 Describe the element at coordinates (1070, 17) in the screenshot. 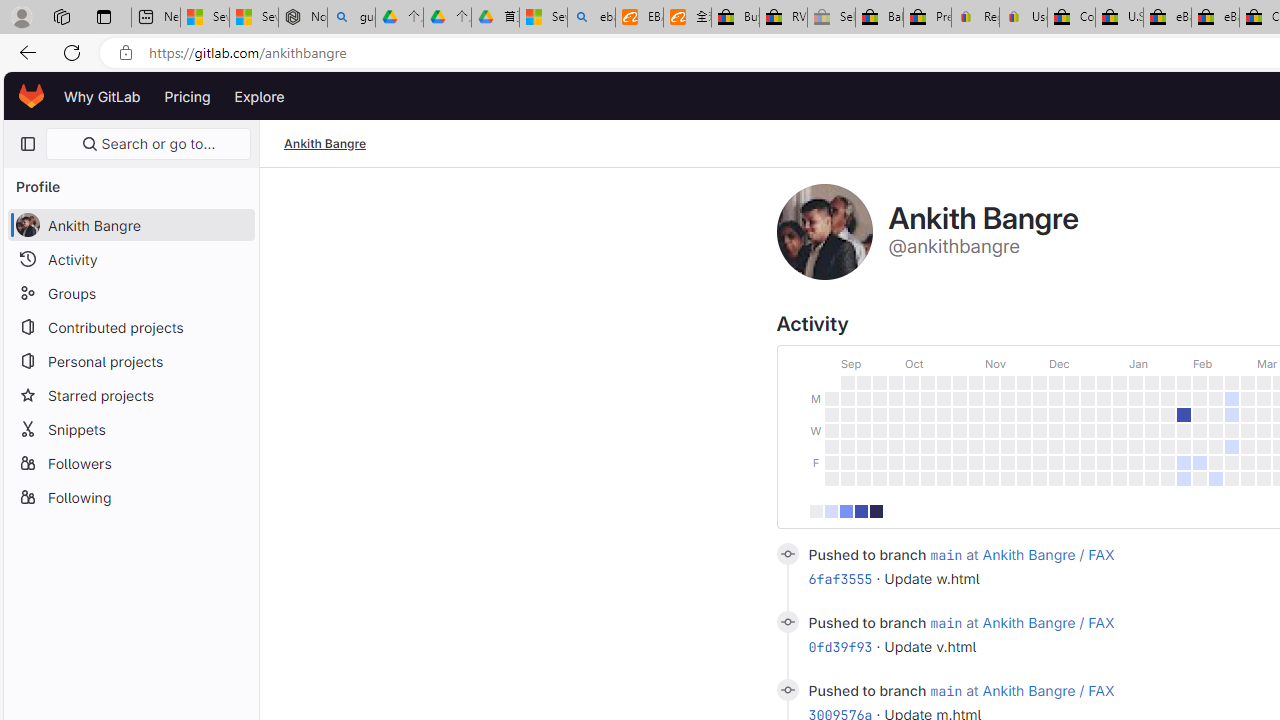

I see `'Consumer Health Data Privacy Policy - eBay Inc.'` at that location.